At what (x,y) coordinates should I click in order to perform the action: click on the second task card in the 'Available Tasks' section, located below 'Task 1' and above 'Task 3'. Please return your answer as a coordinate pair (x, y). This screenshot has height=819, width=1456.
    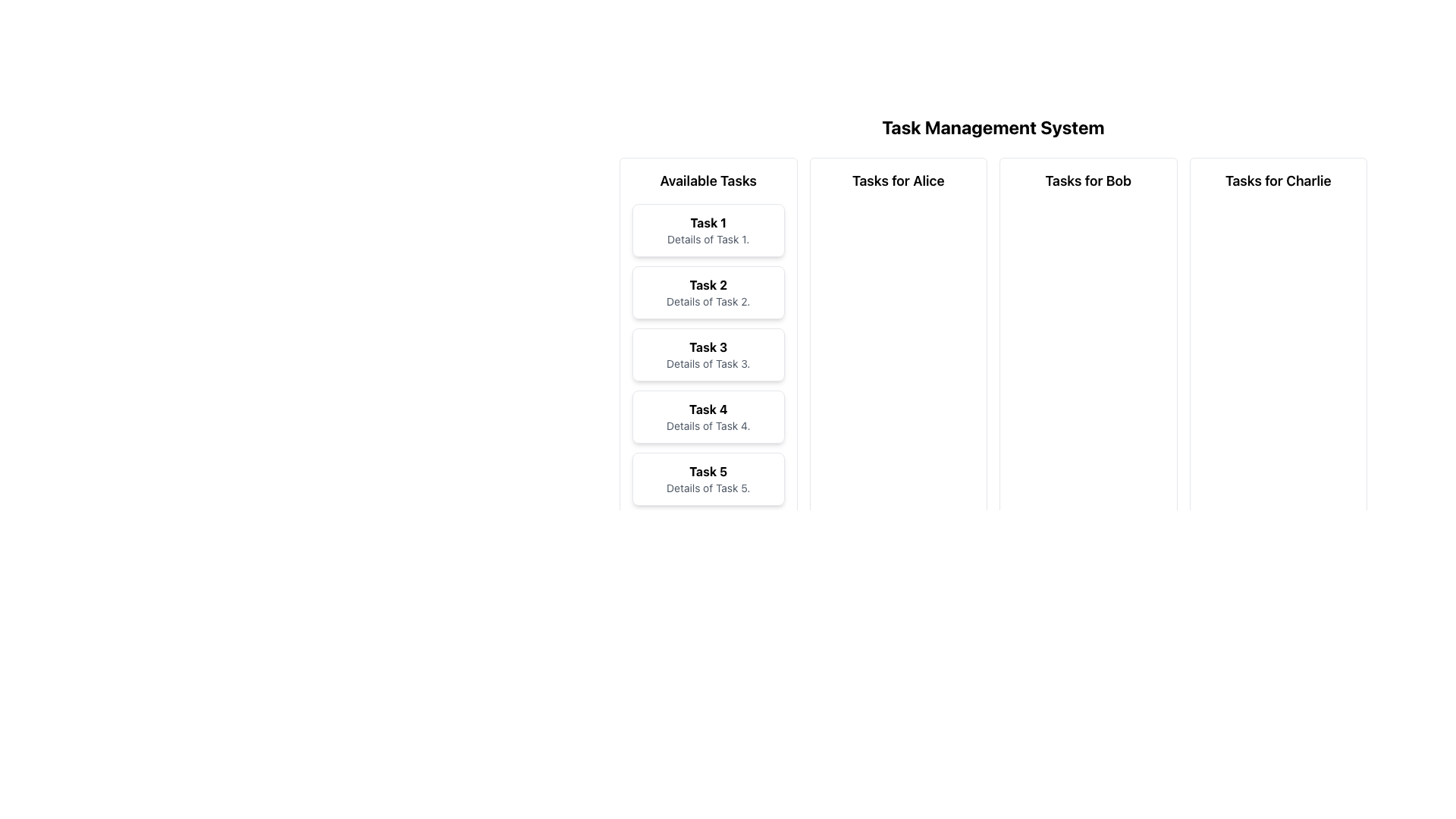
    Looking at the image, I should click on (708, 292).